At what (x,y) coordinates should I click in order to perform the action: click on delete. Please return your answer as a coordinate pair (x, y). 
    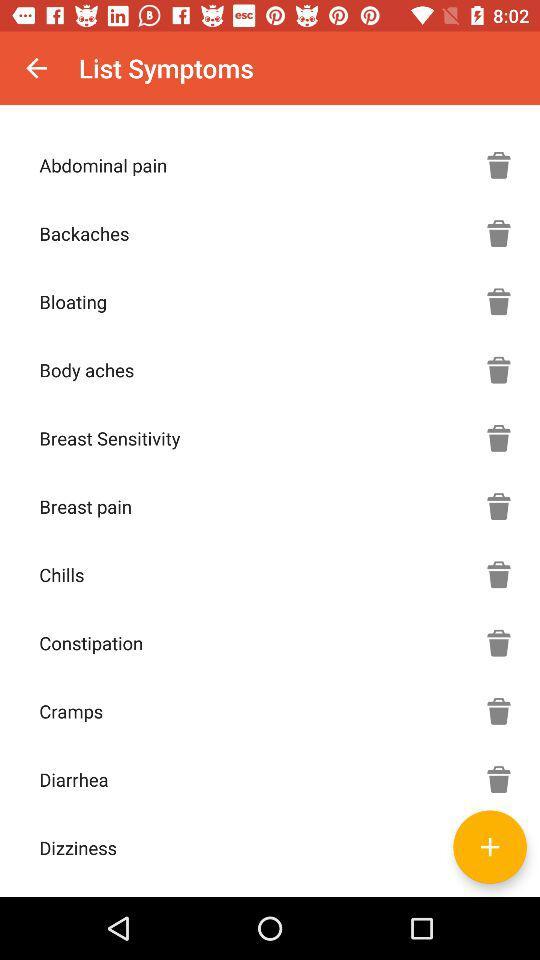
    Looking at the image, I should click on (498, 164).